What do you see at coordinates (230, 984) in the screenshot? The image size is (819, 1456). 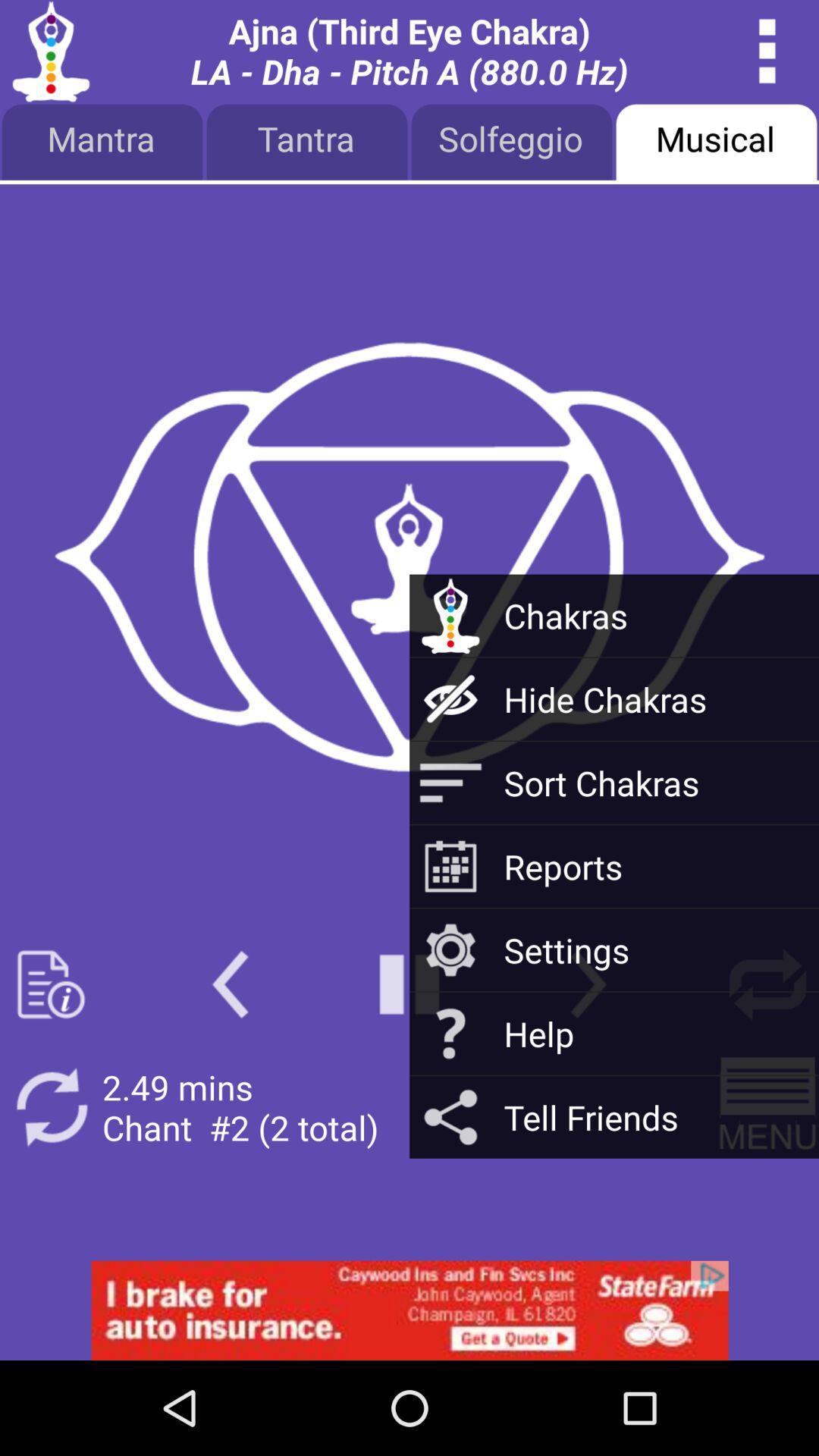 I see `go back` at bounding box center [230, 984].